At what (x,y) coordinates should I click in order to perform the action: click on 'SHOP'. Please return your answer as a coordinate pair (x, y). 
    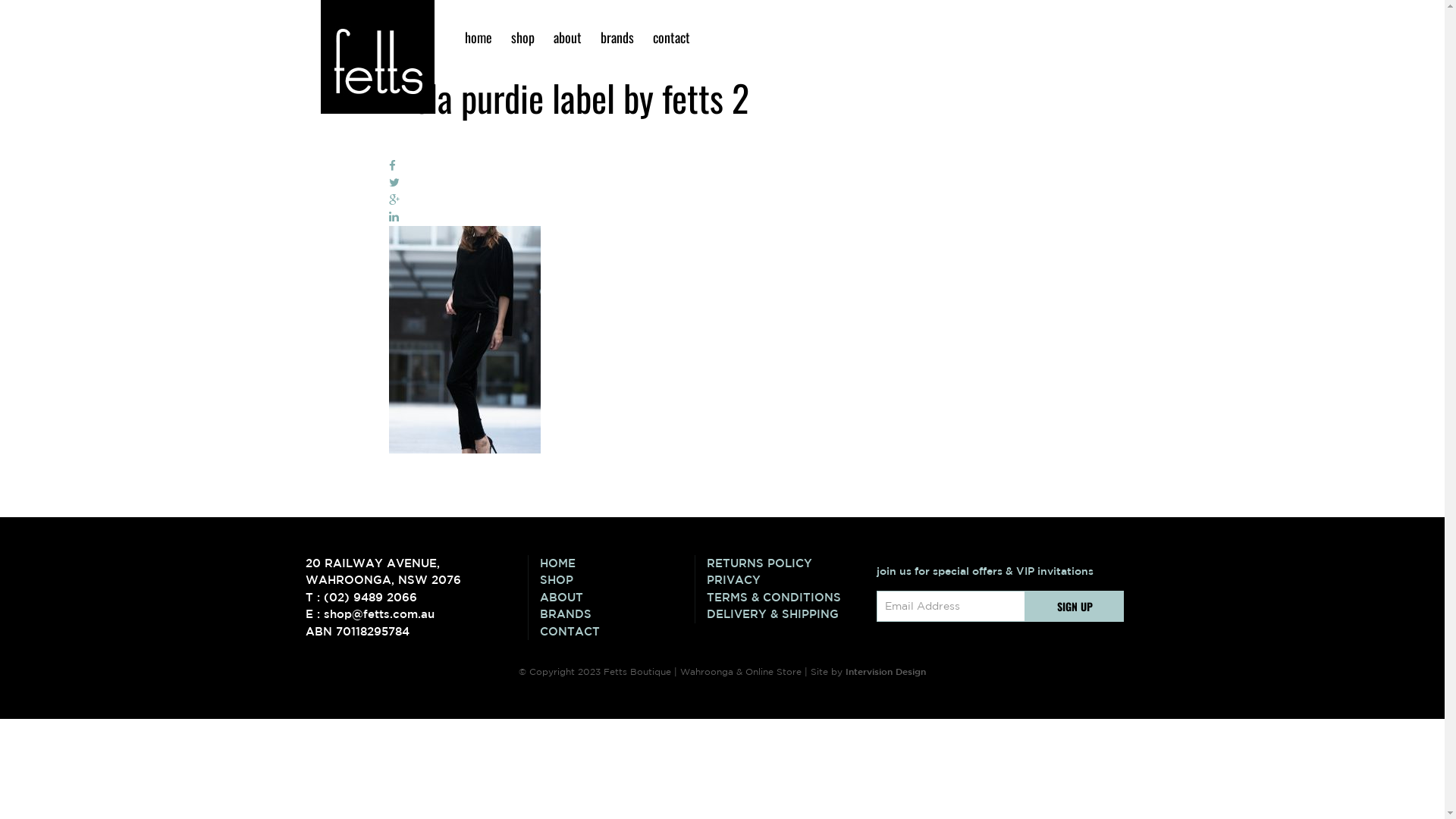
    Looking at the image, I should click on (617, 580).